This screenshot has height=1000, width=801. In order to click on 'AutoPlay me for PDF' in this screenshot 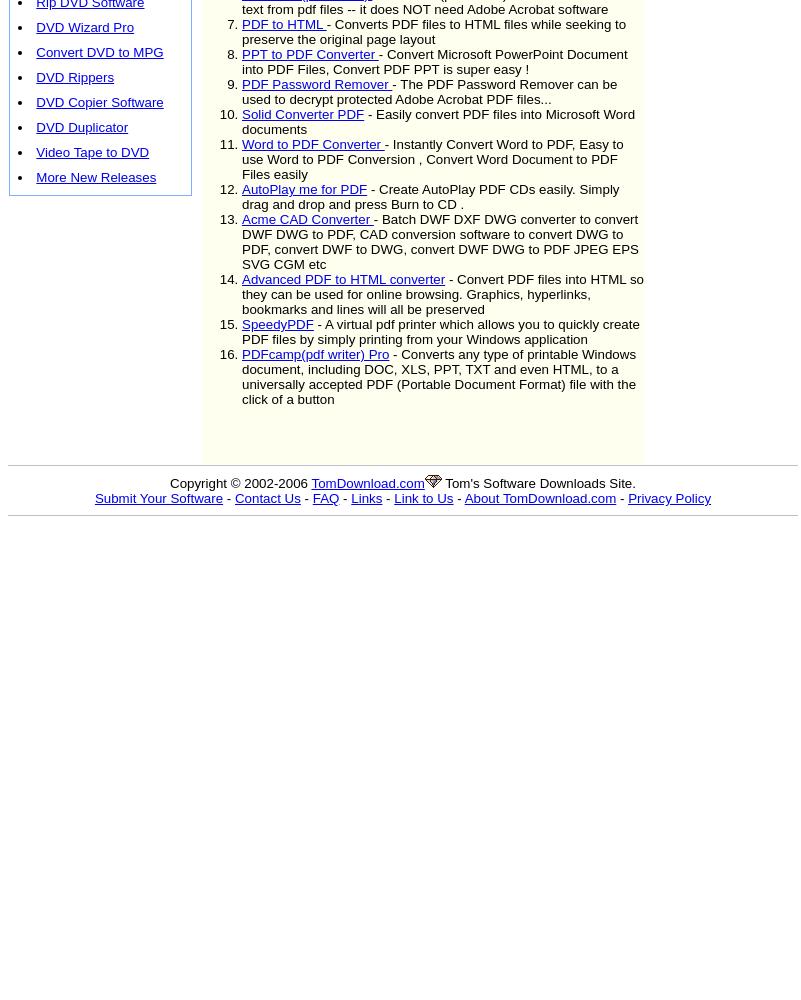, I will do `click(304, 188)`.